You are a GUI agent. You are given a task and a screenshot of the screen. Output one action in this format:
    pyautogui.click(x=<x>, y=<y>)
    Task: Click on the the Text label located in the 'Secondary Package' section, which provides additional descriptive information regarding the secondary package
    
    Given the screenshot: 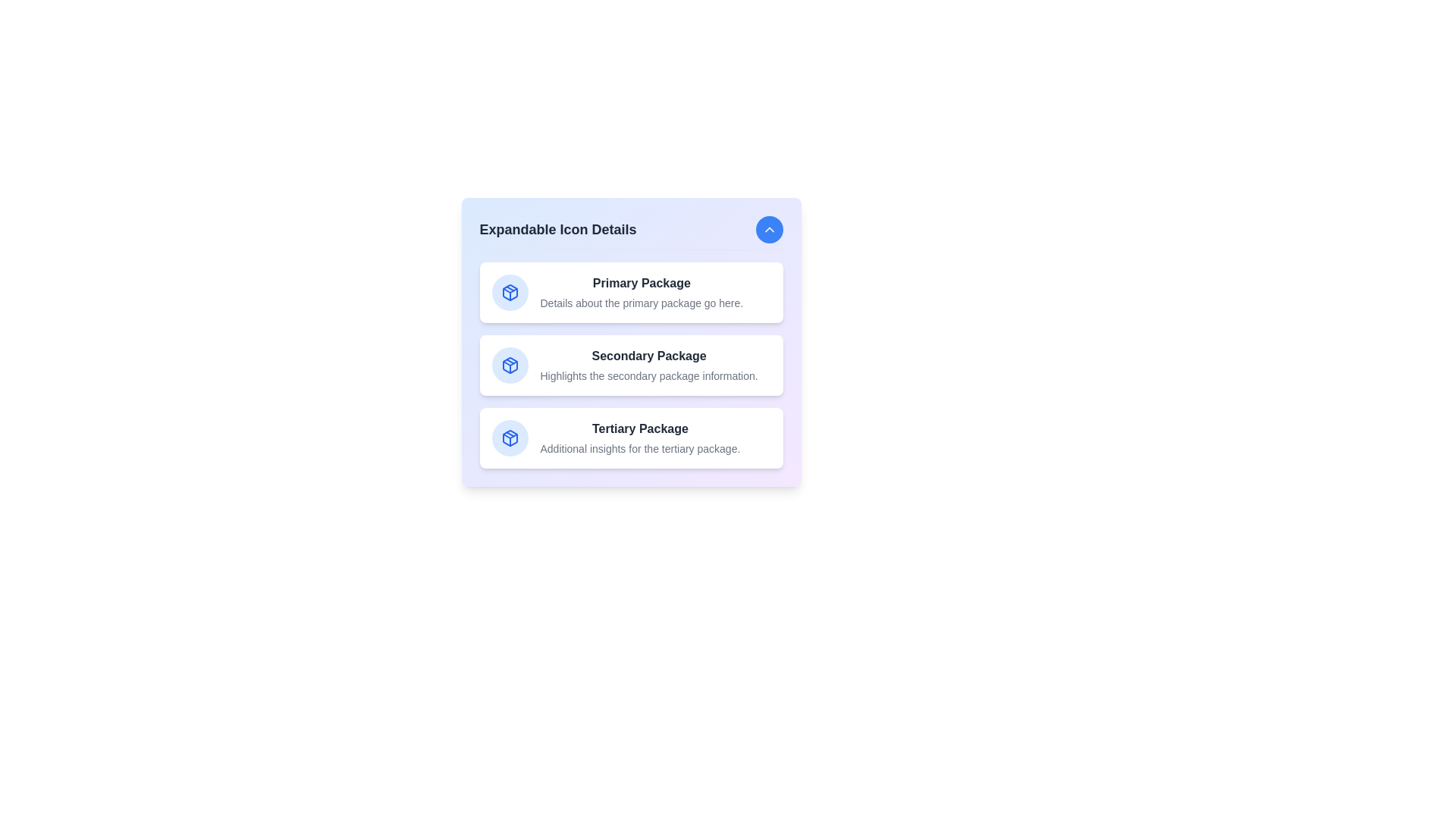 What is the action you would take?
    pyautogui.click(x=649, y=375)
    